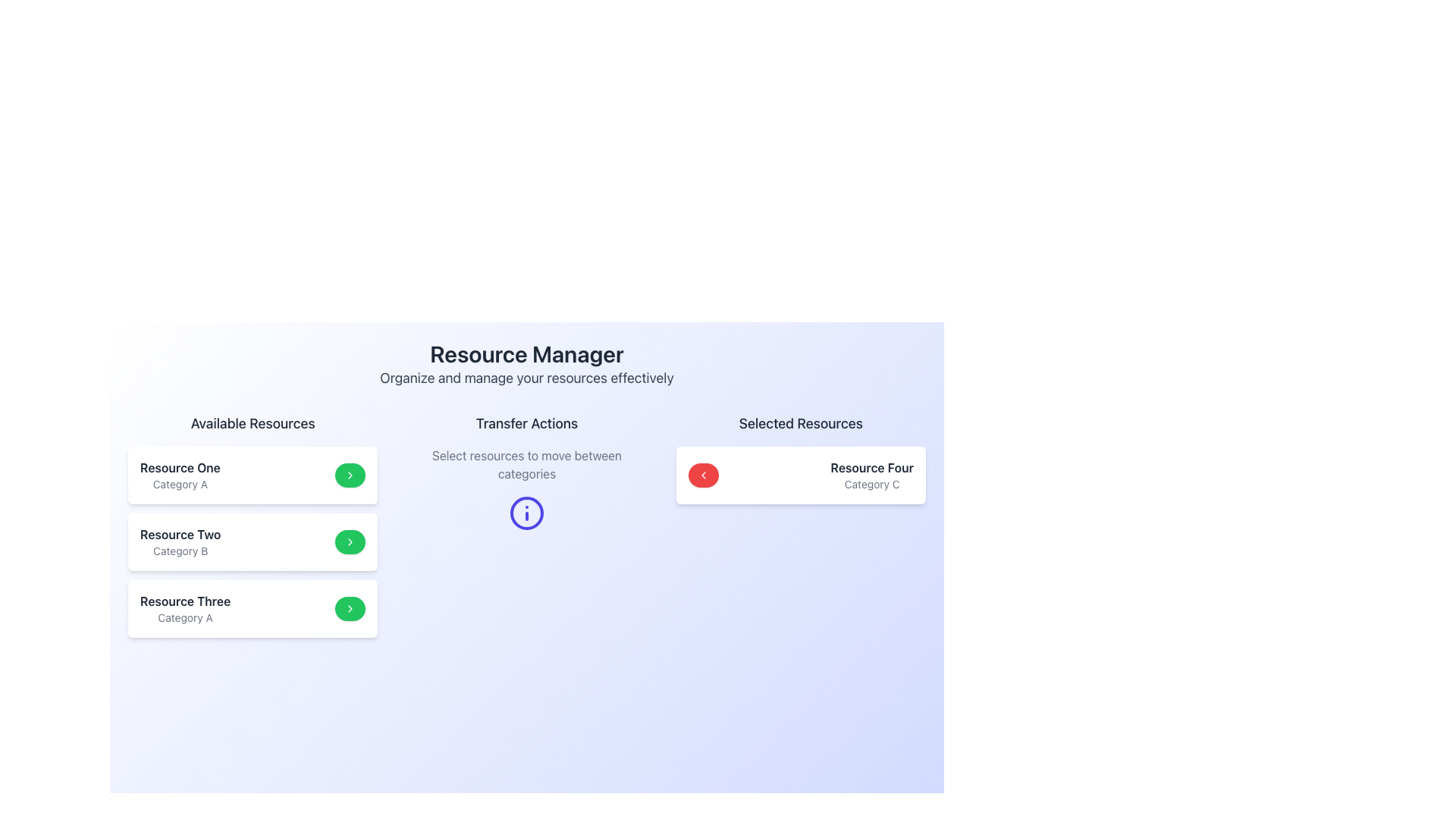  I want to click on the green circular button containing the right-pointing chevron icon, so click(350, 541).